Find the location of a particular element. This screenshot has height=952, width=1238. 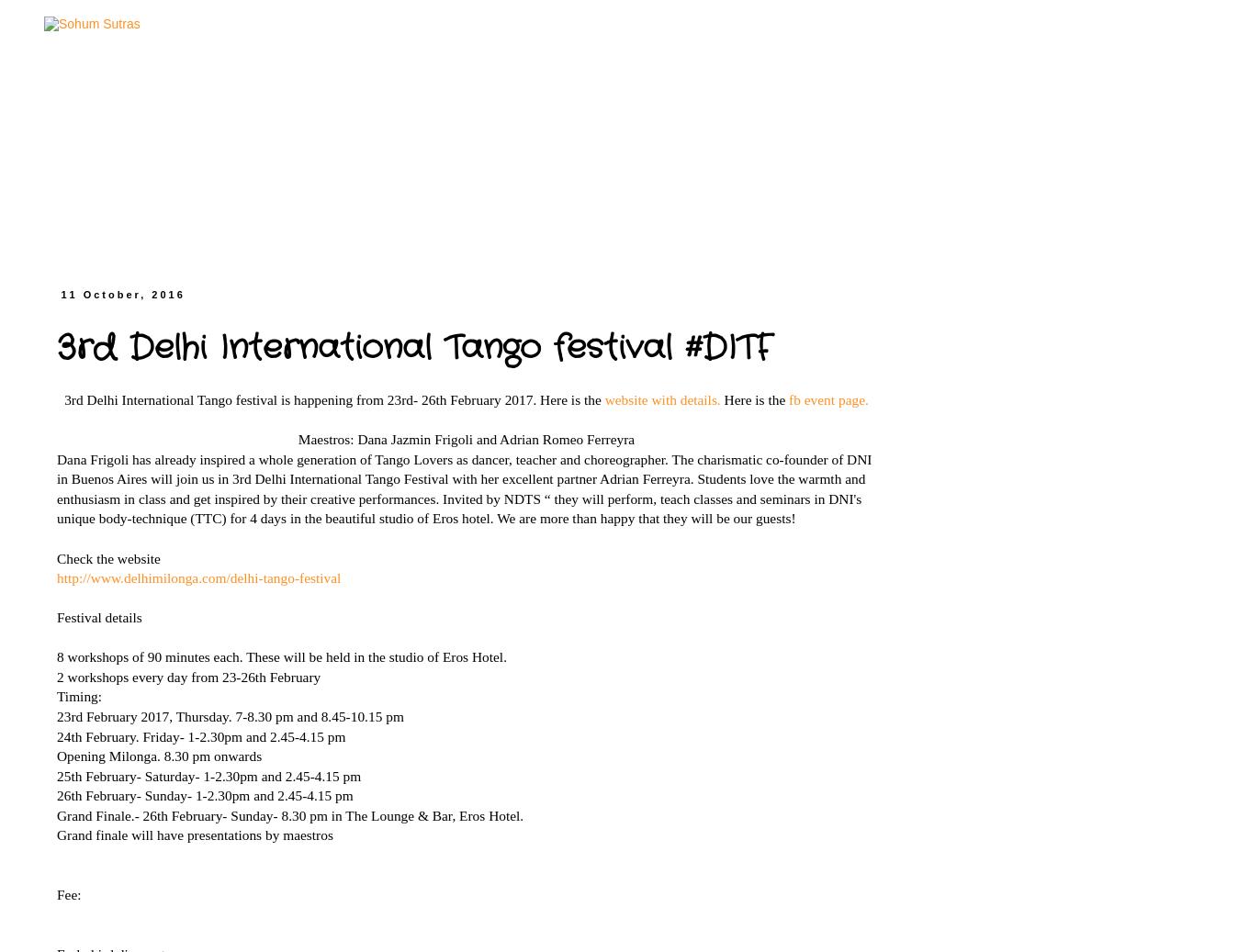

'Opening Milonga. 8.30 pm onwards' is located at coordinates (159, 756).